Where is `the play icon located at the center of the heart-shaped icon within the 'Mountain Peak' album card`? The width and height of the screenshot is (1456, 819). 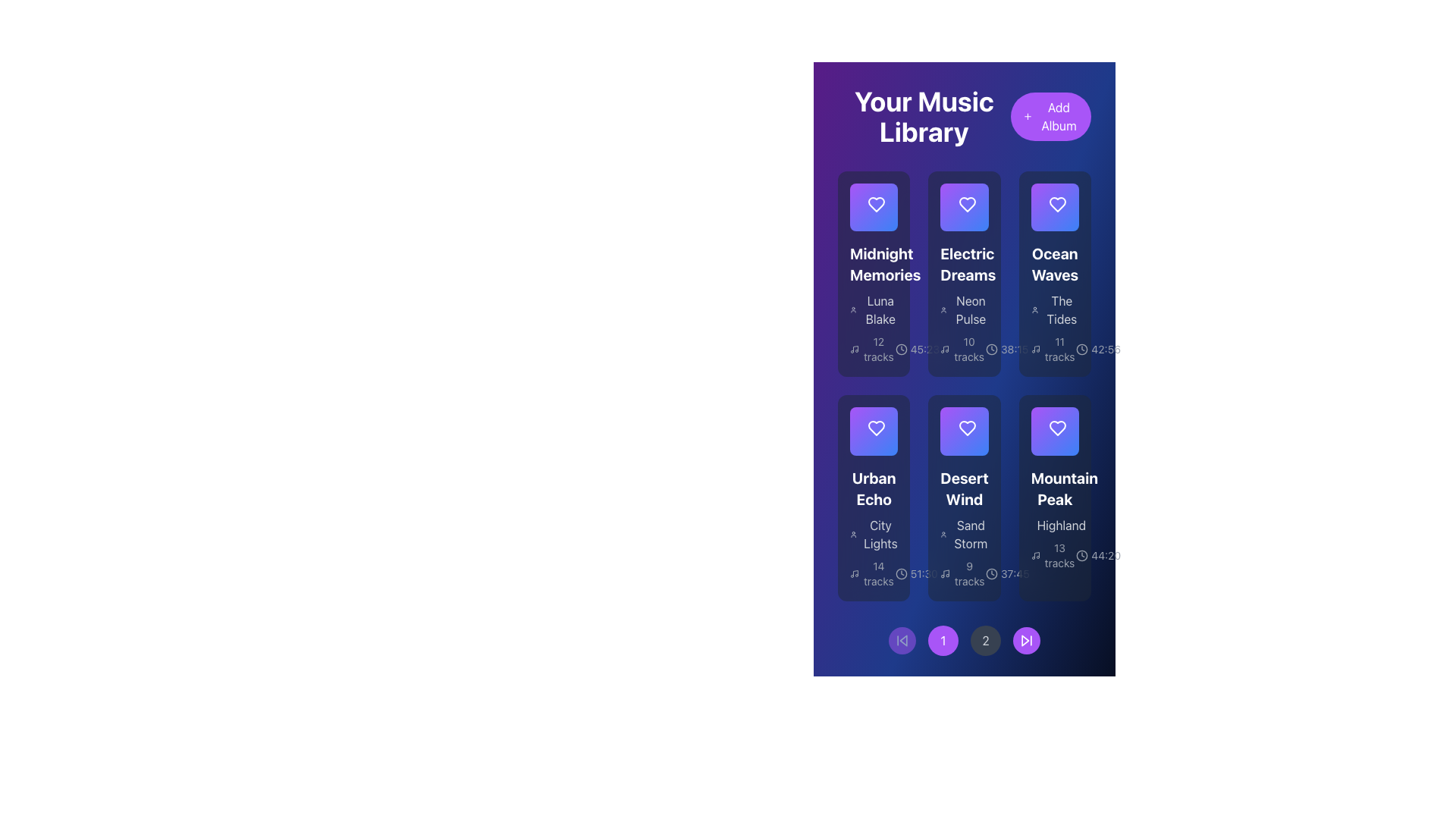 the play icon located at the center of the heart-shaped icon within the 'Mountain Peak' album card is located at coordinates (1054, 431).